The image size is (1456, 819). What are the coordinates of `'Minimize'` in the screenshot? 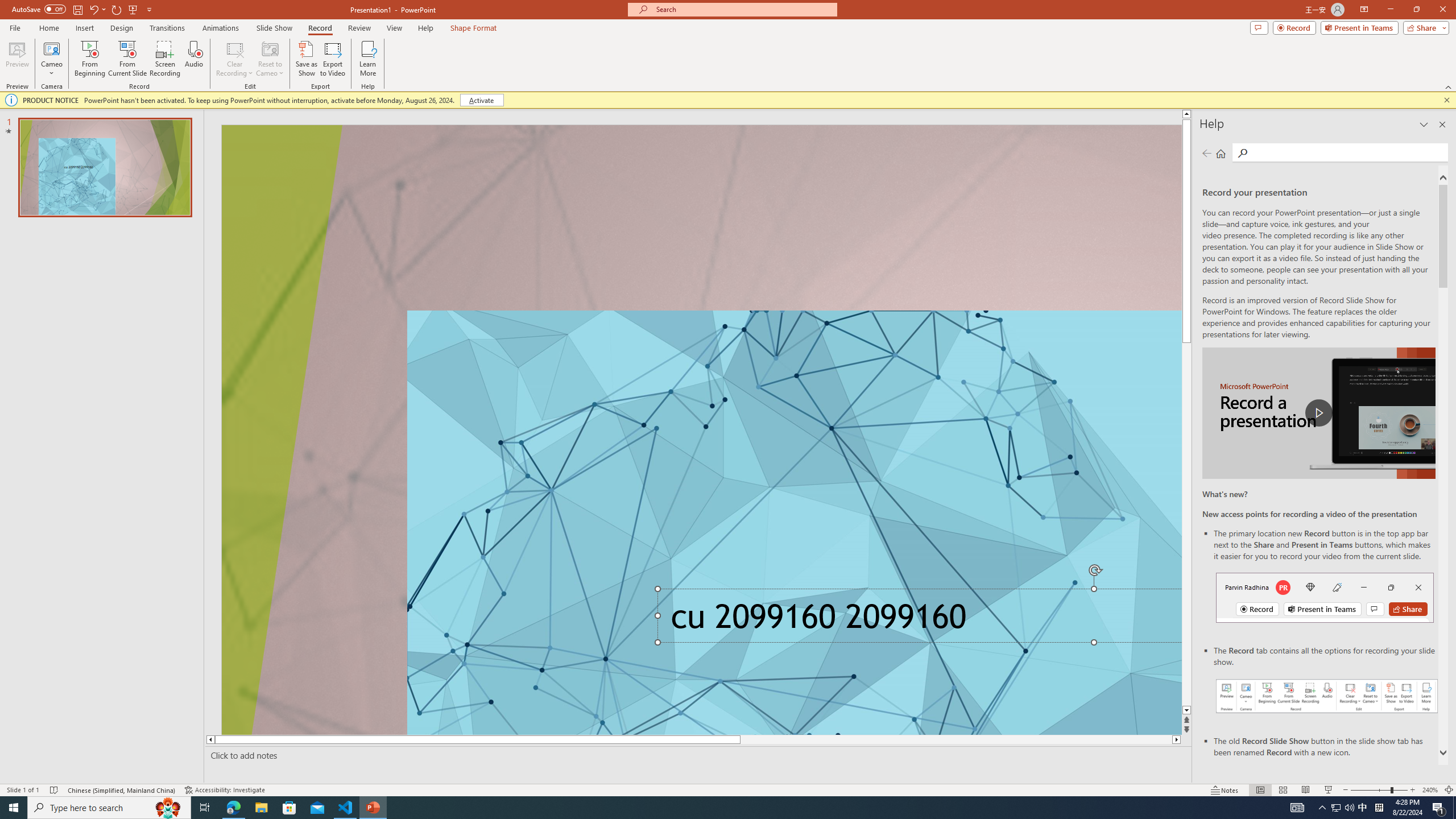 It's located at (1389, 9).